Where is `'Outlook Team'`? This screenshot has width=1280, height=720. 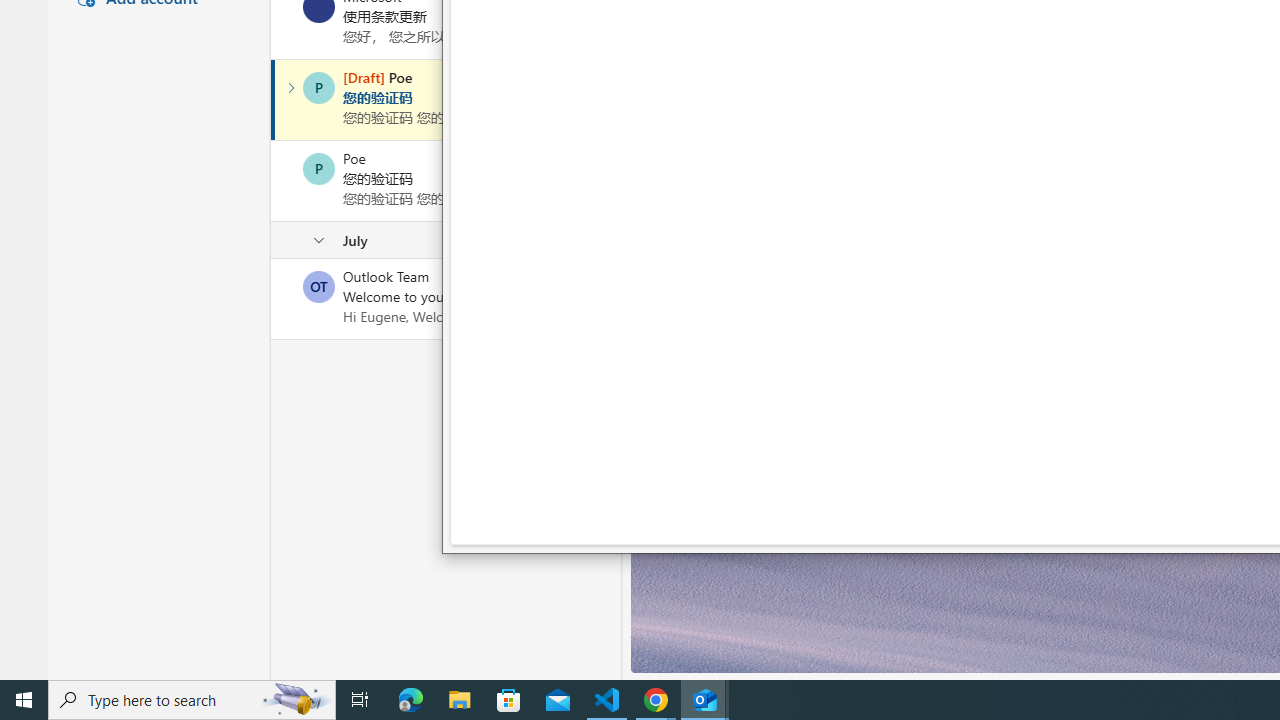 'Outlook Team' is located at coordinates (318, 286).